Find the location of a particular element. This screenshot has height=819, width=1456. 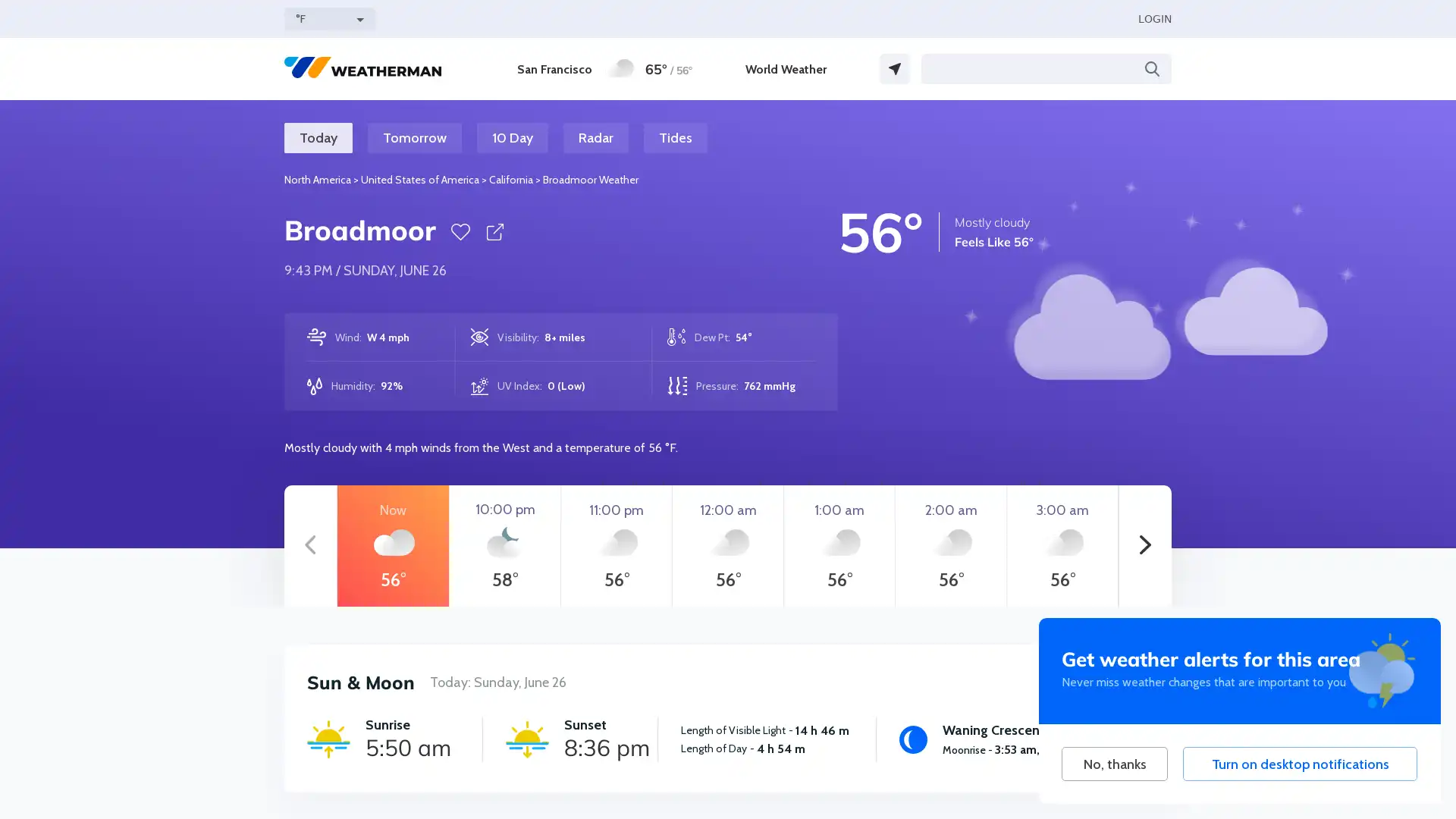

GPS Location is located at coordinates (895, 69).